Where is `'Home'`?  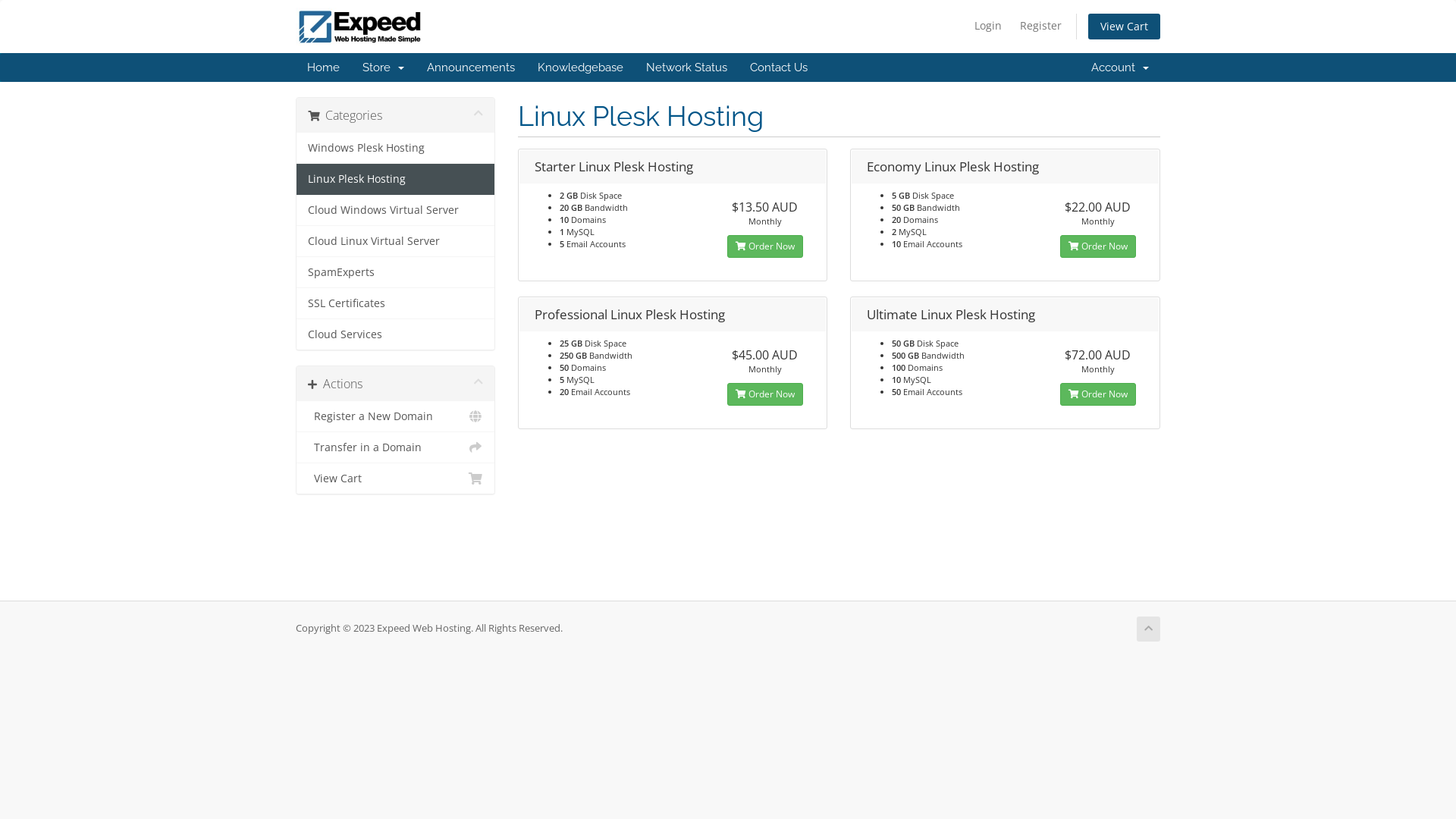 'Home' is located at coordinates (295, 66).